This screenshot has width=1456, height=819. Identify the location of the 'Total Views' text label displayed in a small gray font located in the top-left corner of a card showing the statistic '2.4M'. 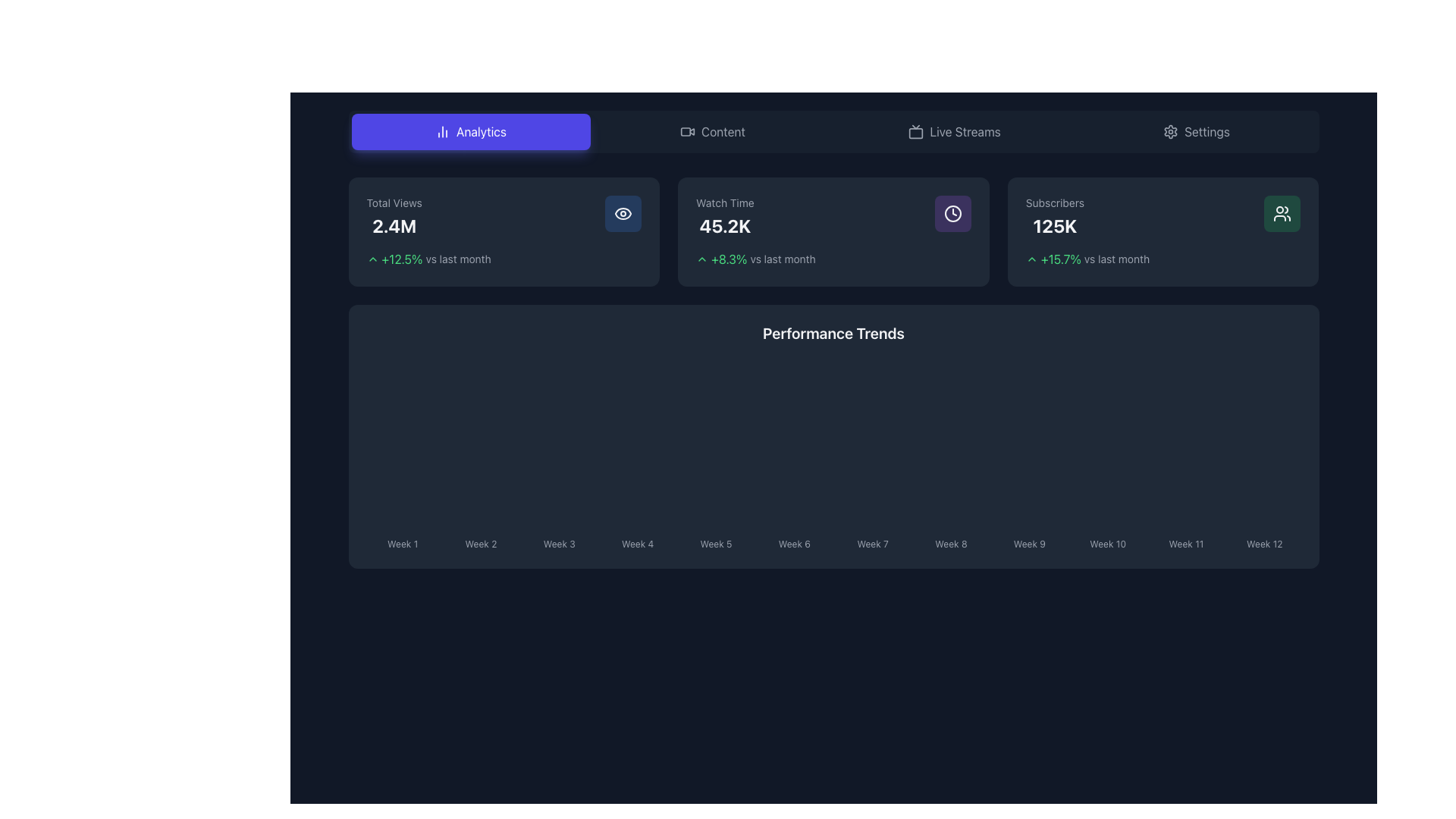
(394, 202).